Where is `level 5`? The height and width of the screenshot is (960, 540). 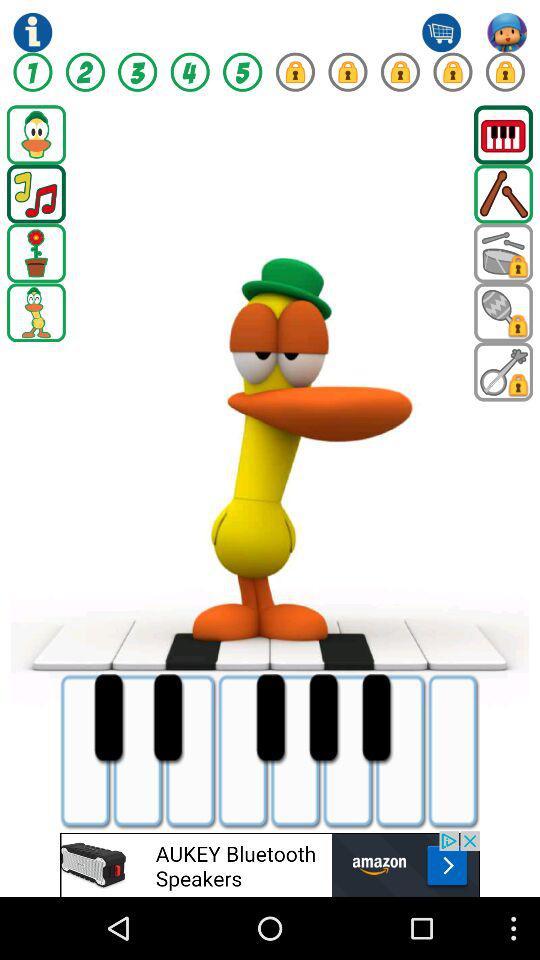 level 5 is located at coordinates (242, 72).